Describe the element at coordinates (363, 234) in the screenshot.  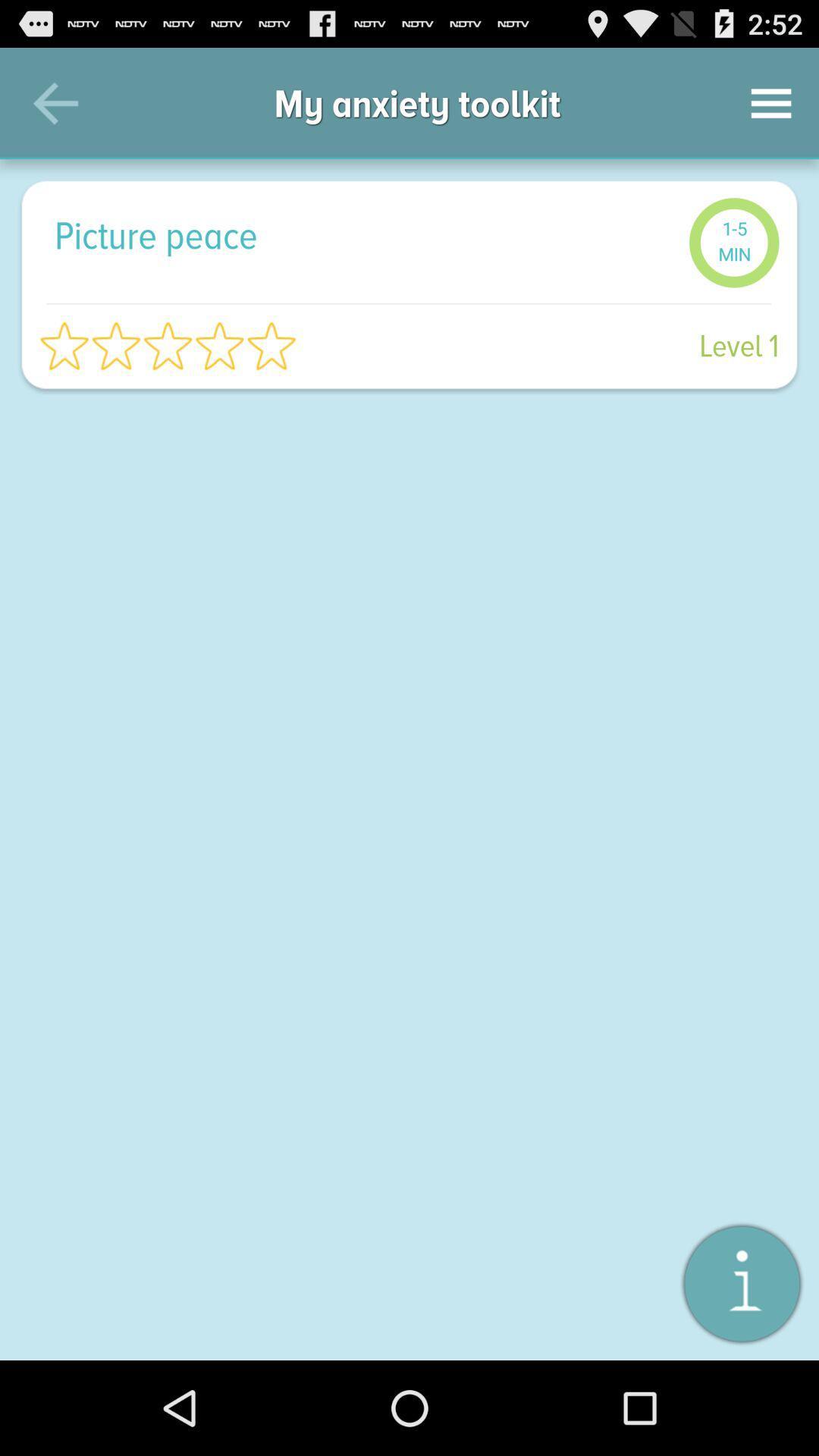
I see `the picture peace item` at that location.